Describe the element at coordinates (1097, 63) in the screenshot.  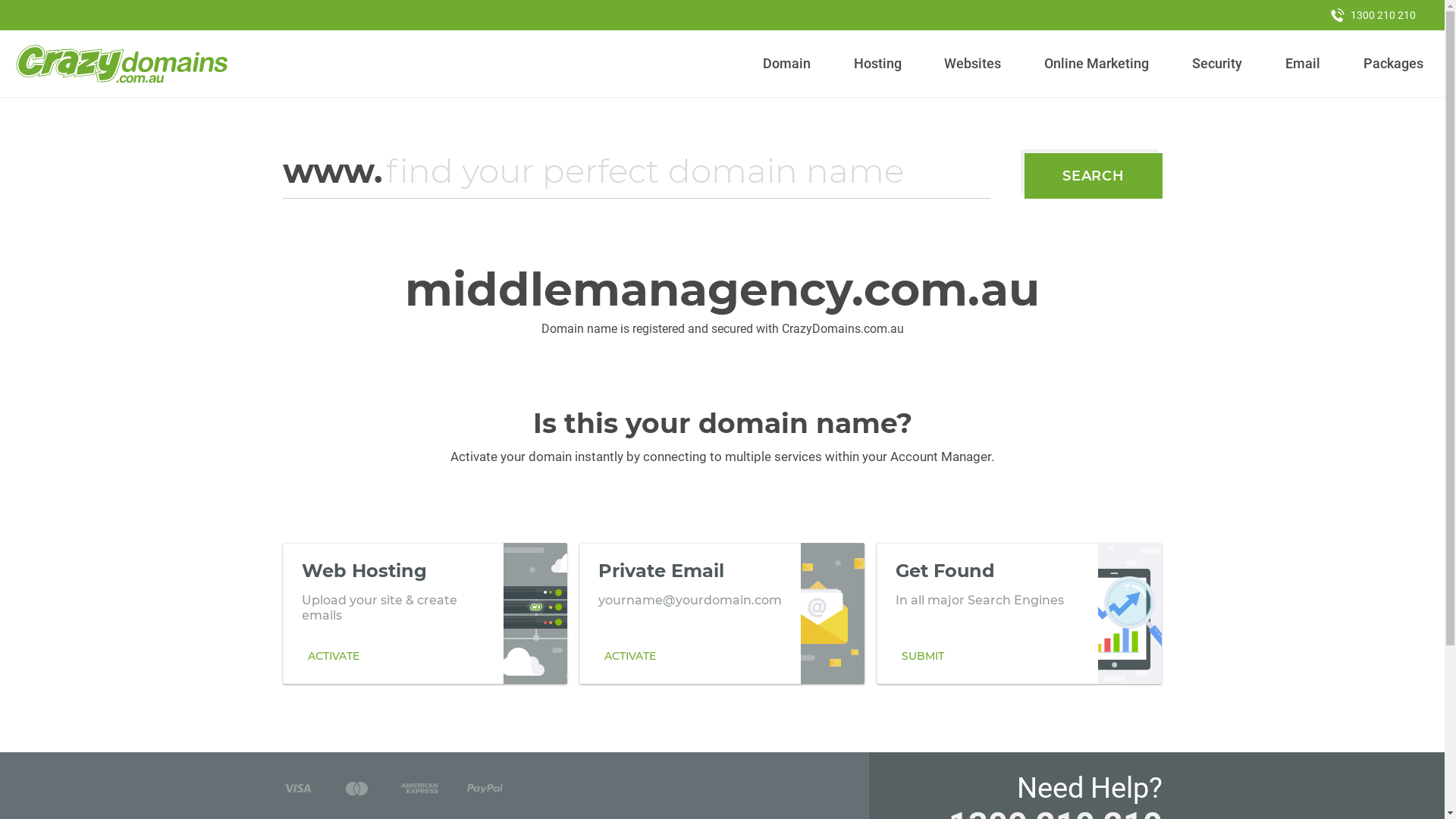
I see `'Online Marketing'` at that location.